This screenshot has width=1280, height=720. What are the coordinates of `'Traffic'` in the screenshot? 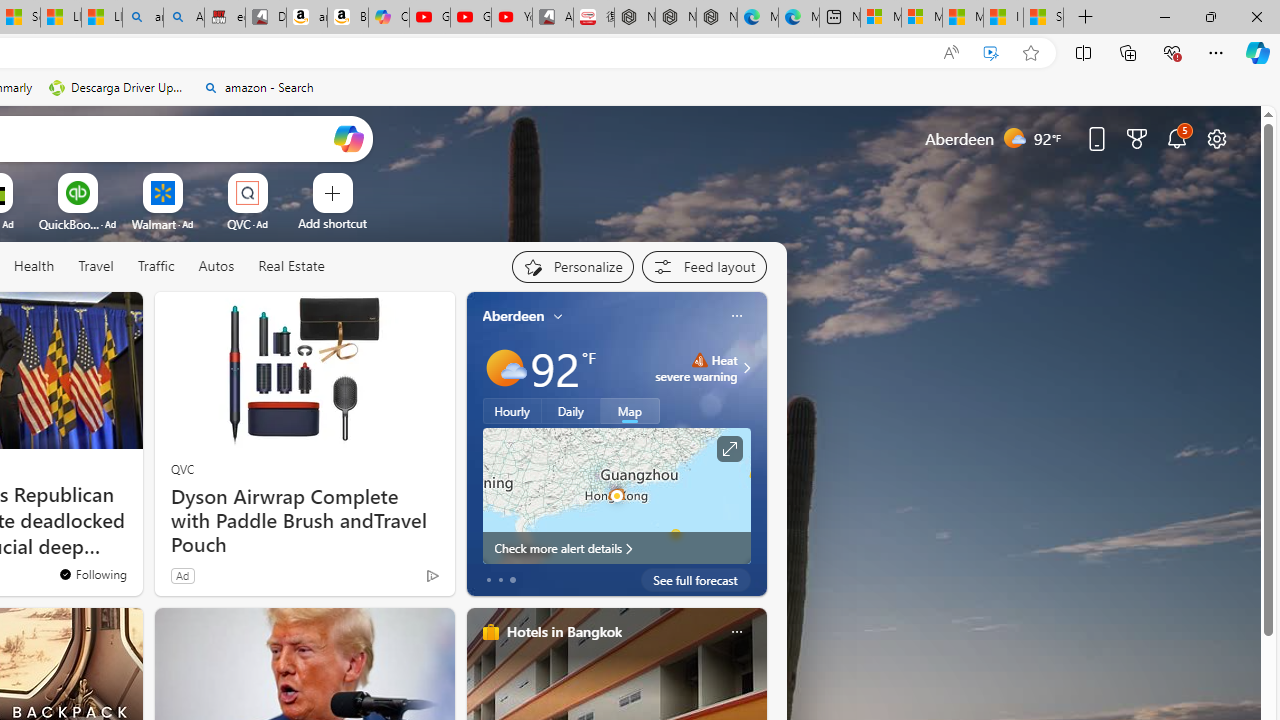 It's located at (155, 266).